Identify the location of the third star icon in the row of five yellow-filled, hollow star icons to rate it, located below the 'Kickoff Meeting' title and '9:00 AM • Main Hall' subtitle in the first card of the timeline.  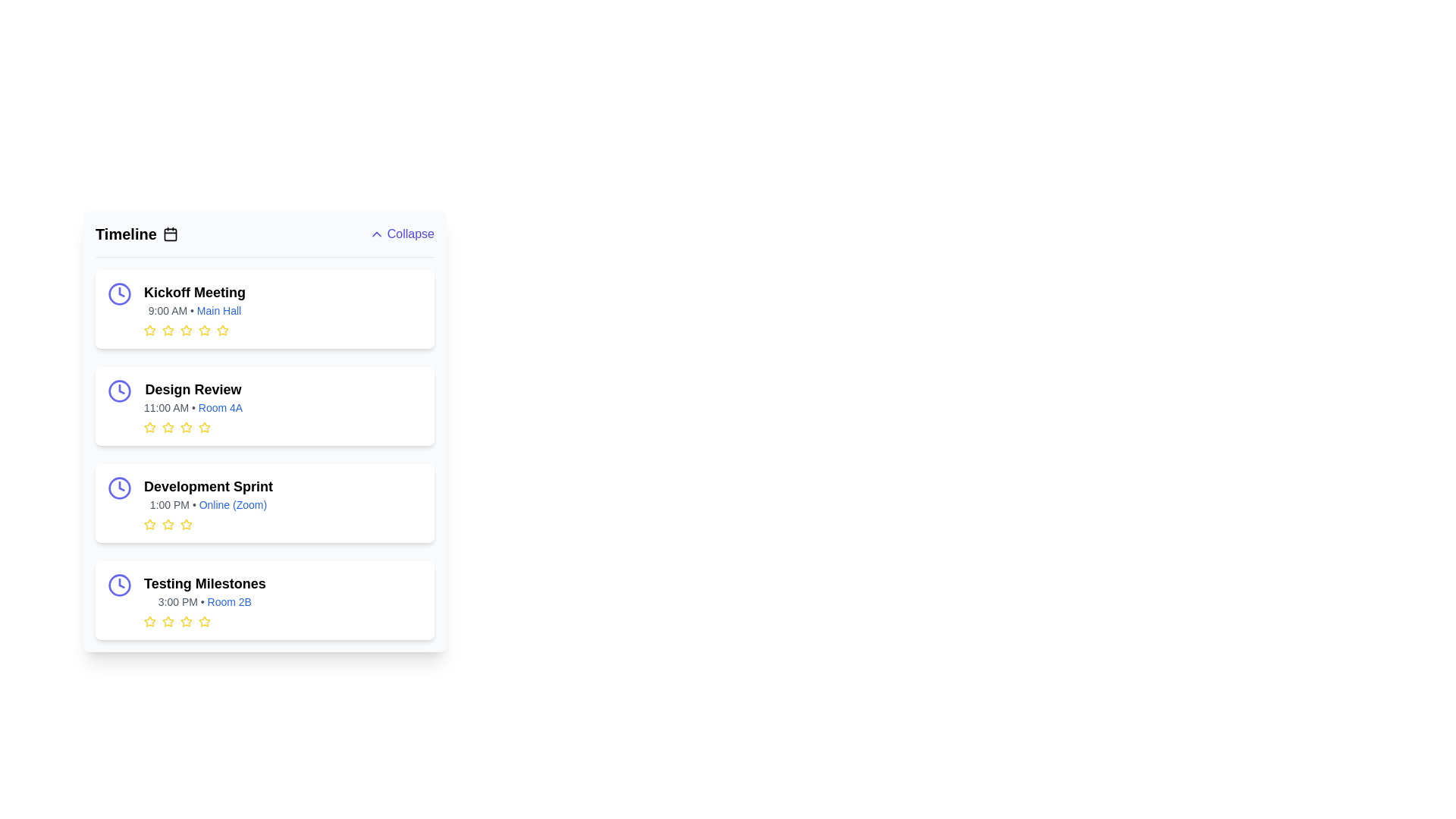
(194, 329).